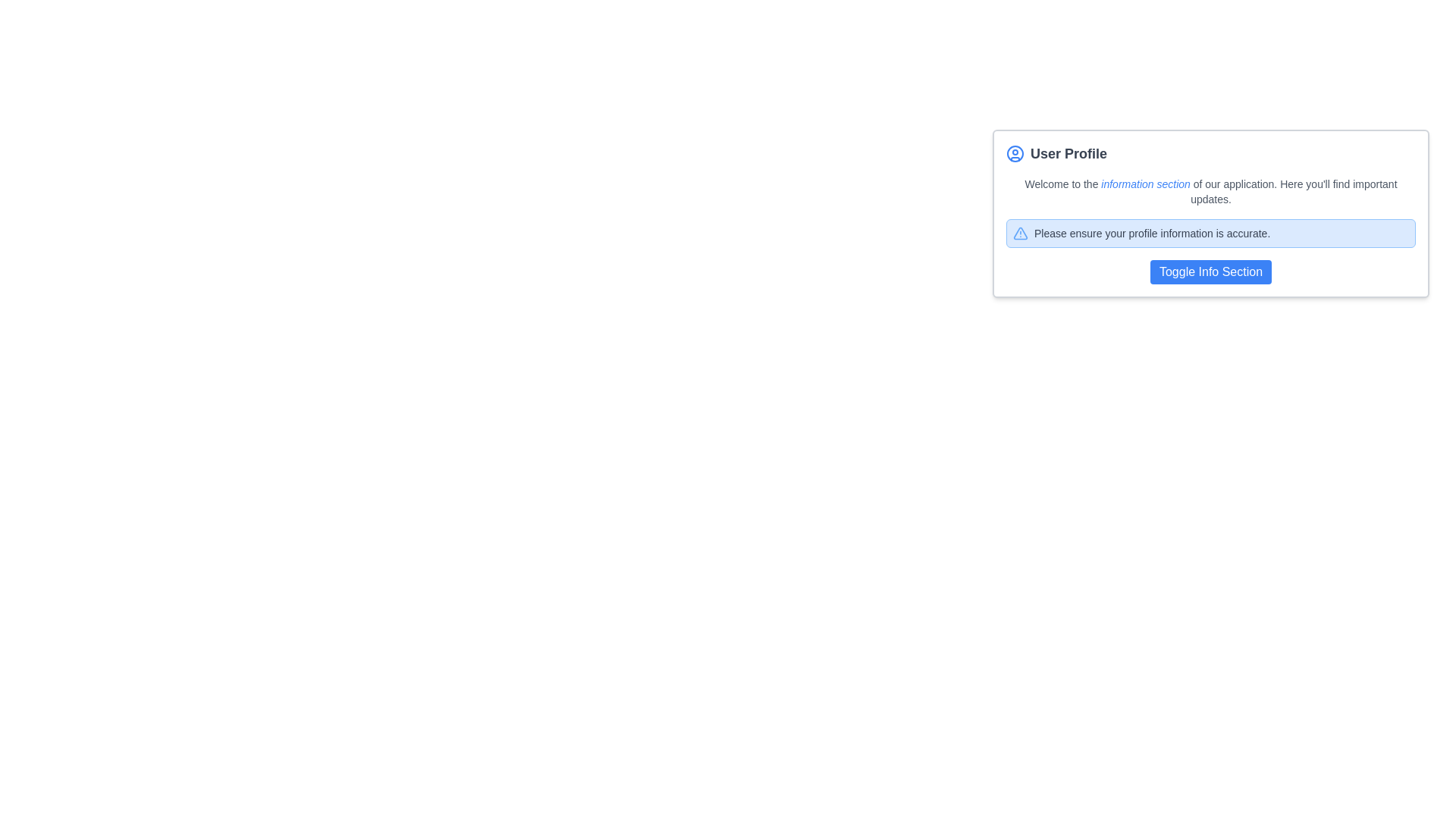 This screenshot has height=819, width=1456. Describe the element at coordinates (1015, 154) in the screenshot. I see `the outer circle of the user profile icon located at the top-left corner of the 'User Profile' panel` at that location.